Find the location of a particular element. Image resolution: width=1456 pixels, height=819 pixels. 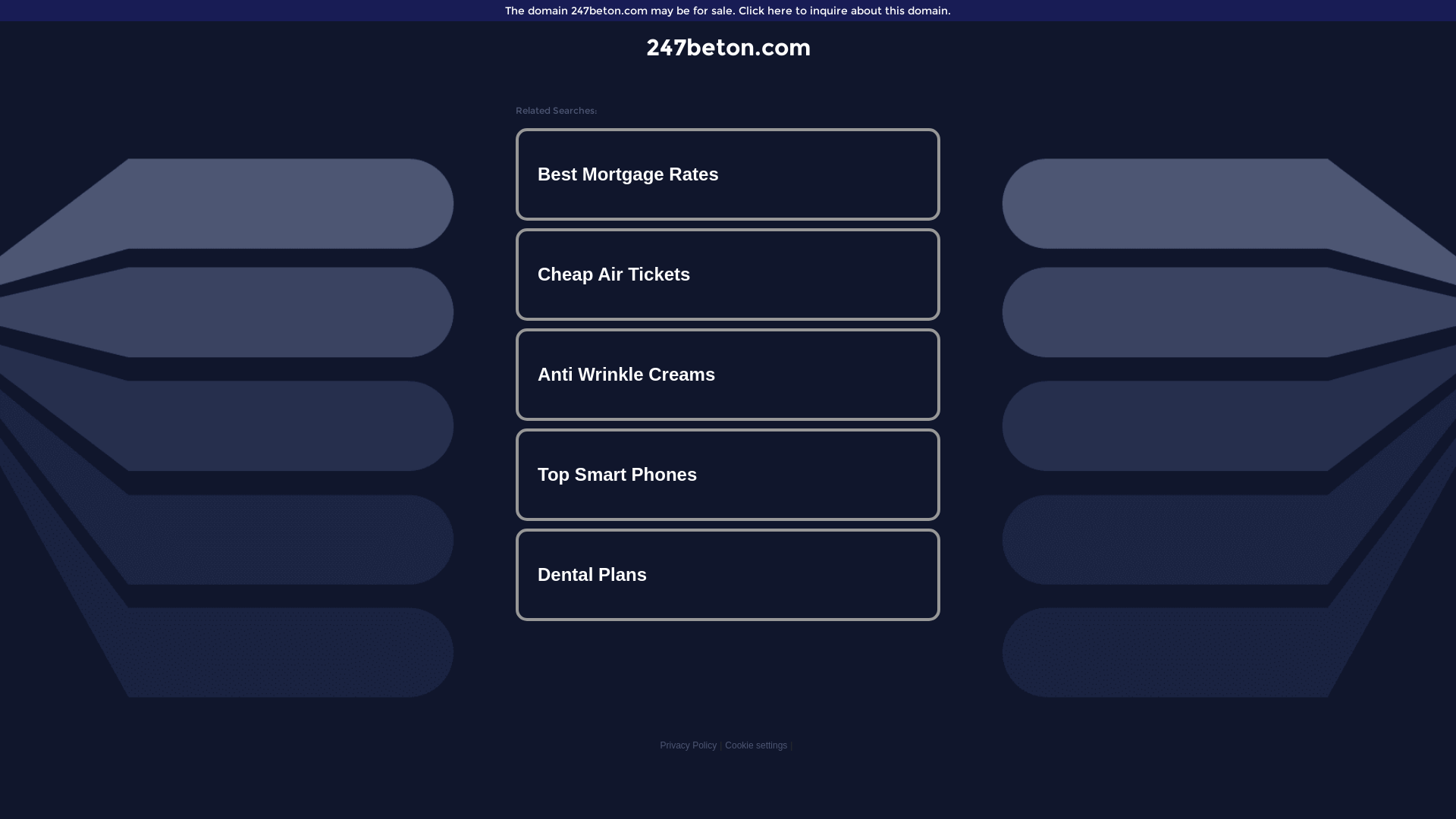

'Cookie settings' is located at coordinates (756, 745).